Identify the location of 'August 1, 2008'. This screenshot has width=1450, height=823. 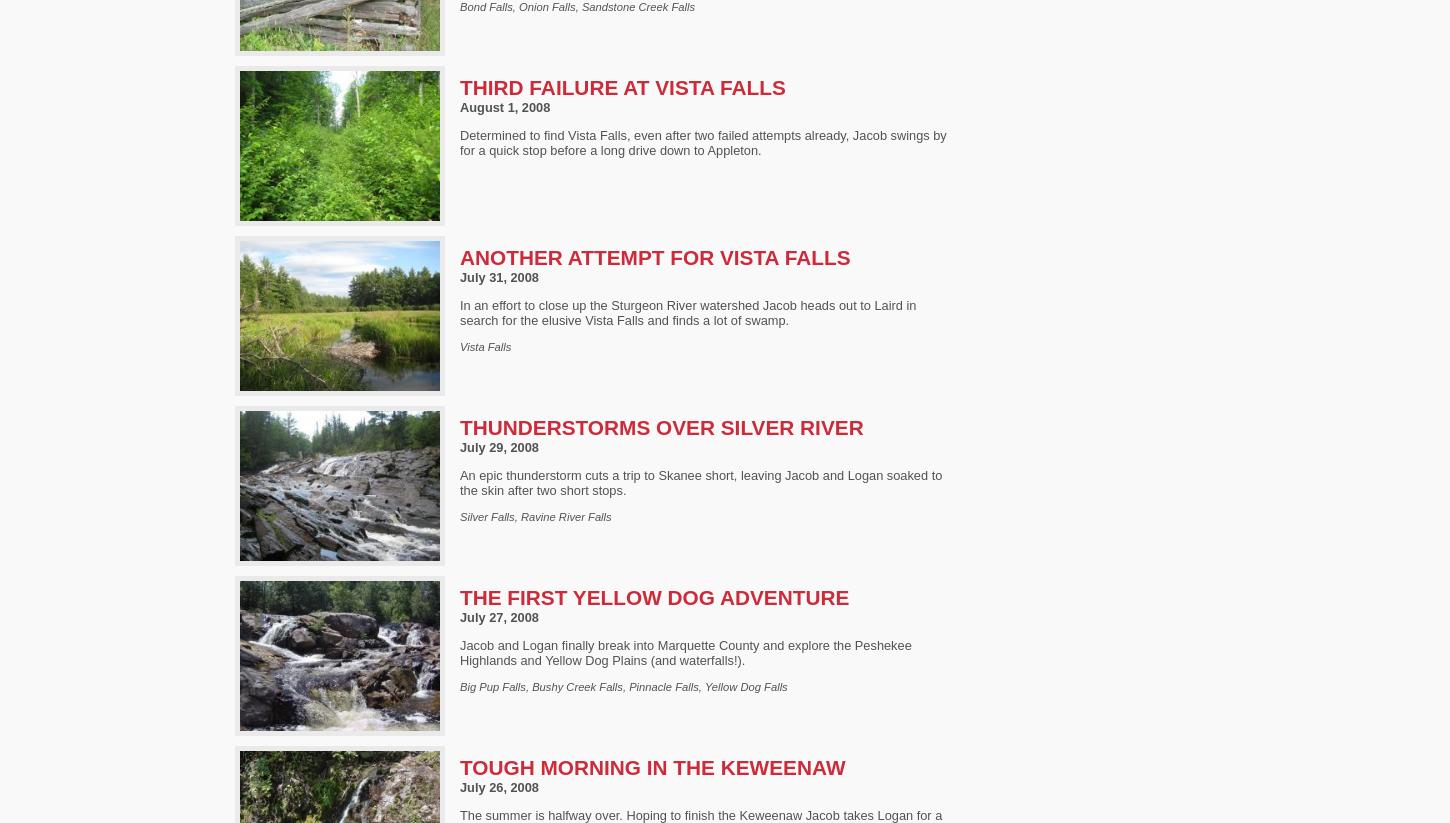
(505, 106).